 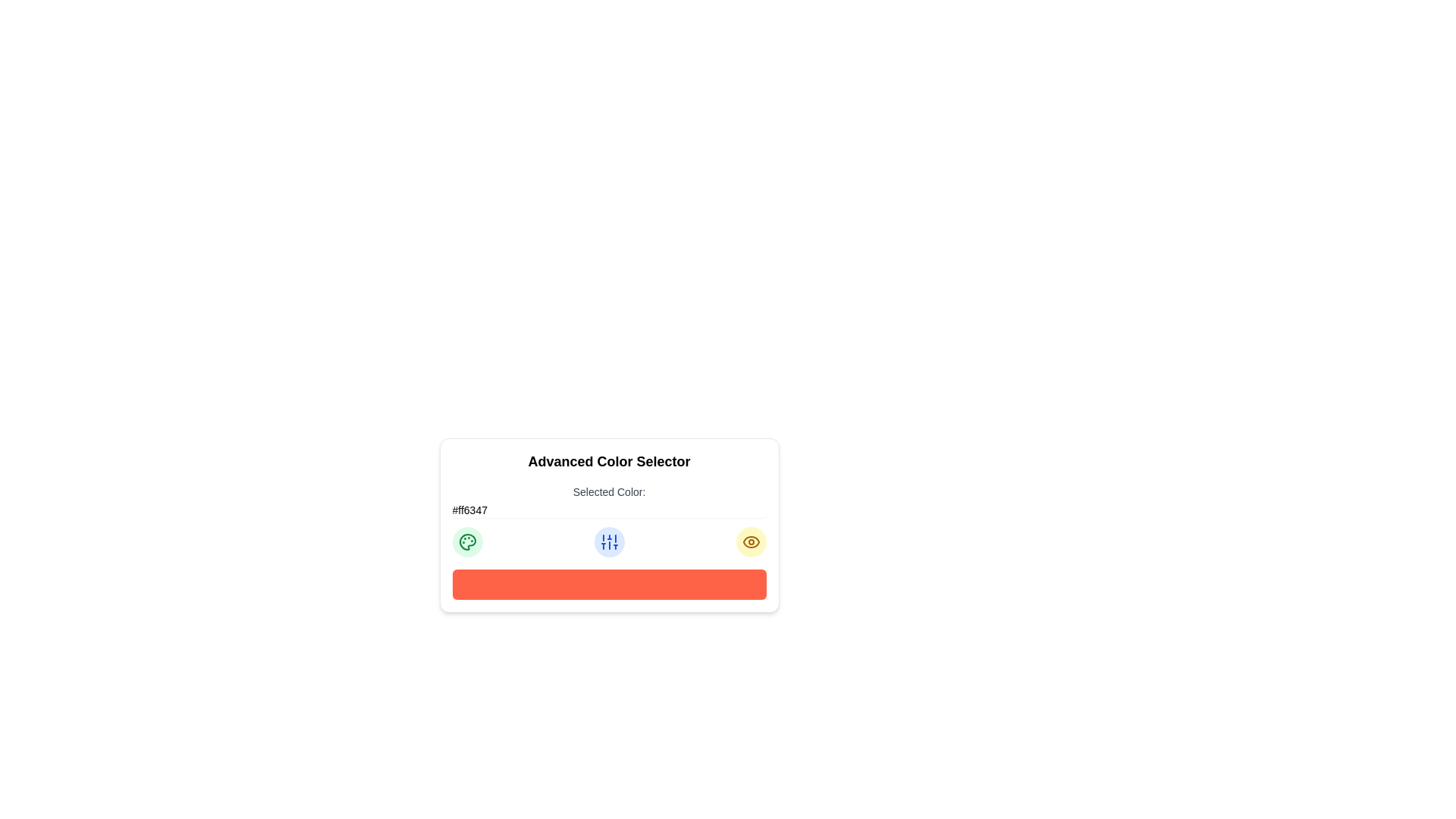 I want to click on the graphic icon resembling a painter's palette, which has a greenish circular background and is located to the leftmost of three circular icons below the text 'Selected Color:' and above a large orange button, so click(x=466, y=541).